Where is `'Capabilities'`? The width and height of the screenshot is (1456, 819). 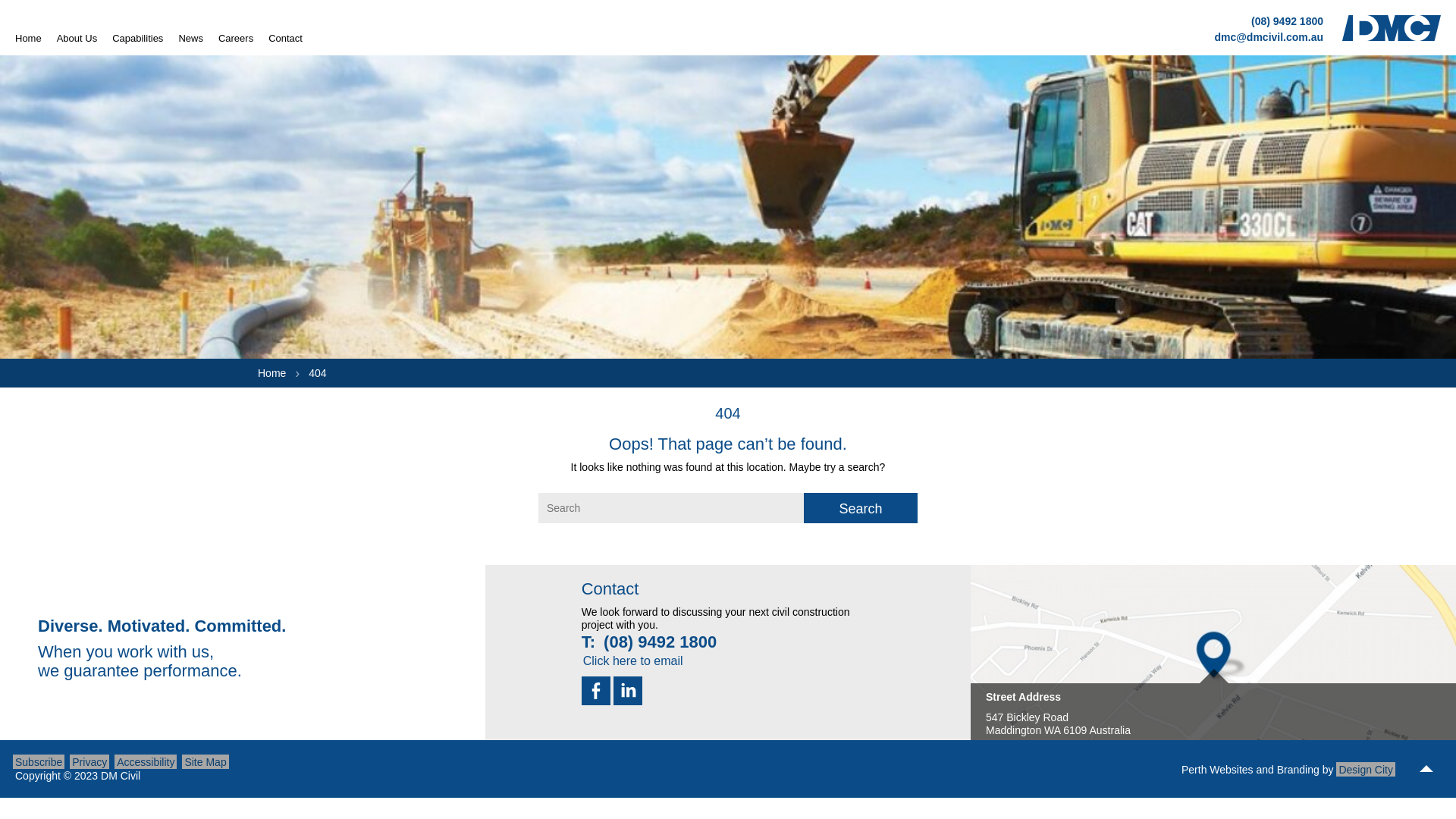
'Capabilities' is located at coordinates (137, 37).